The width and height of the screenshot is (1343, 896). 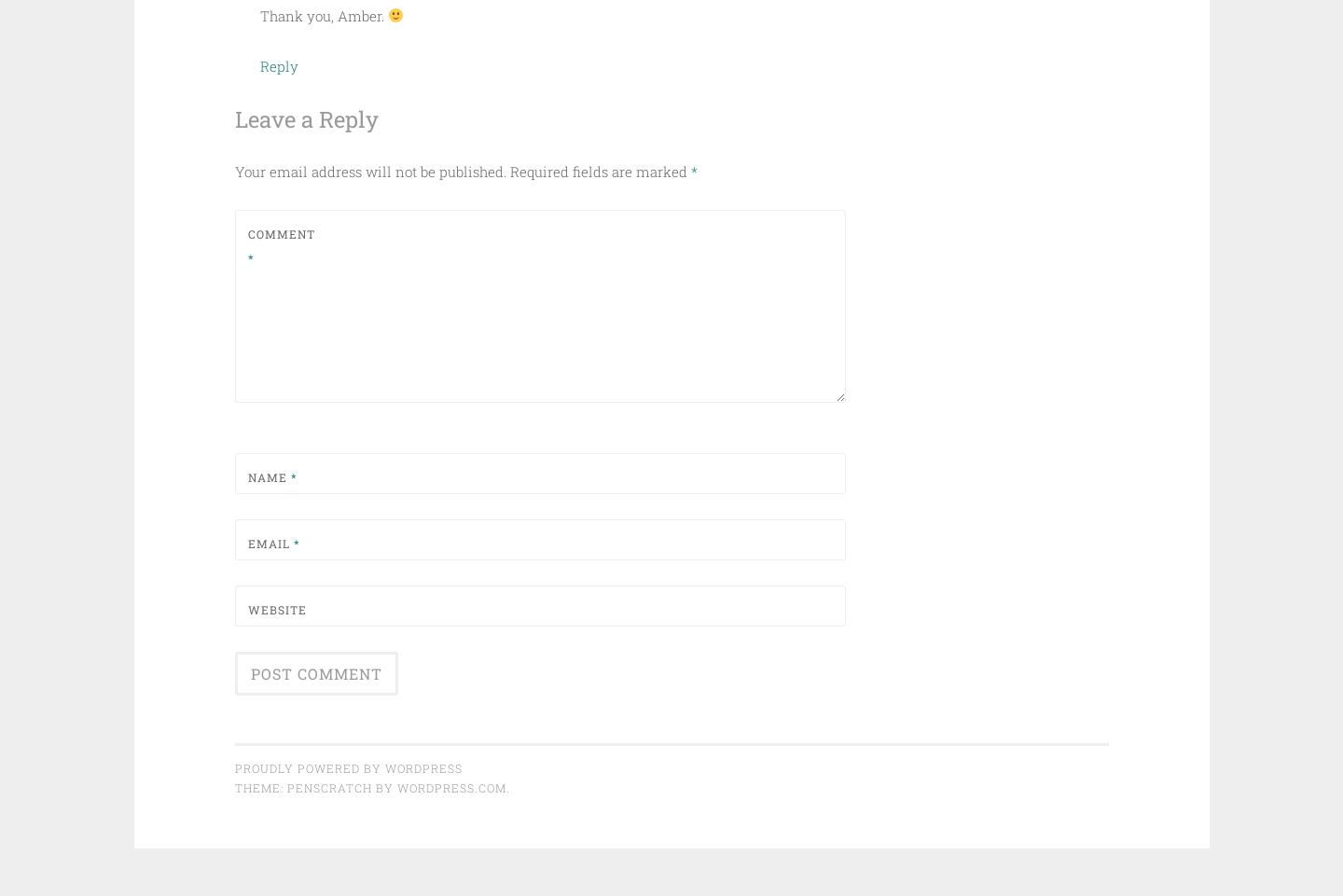 What do you see at coordinates (277, 64) in the screenshot?
I see `'Reply'` at bounding box center [277, 64].